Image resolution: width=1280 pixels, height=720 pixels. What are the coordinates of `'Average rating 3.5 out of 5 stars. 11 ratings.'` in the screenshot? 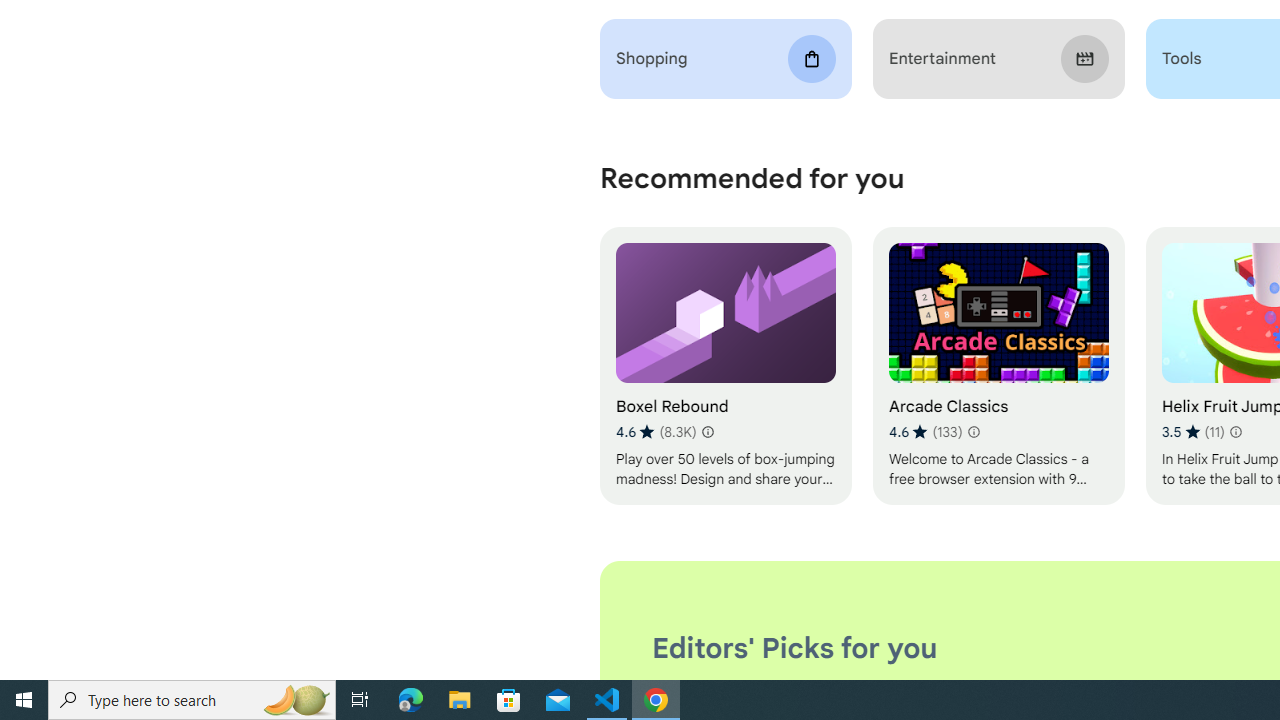 It's located at (1192, 431).